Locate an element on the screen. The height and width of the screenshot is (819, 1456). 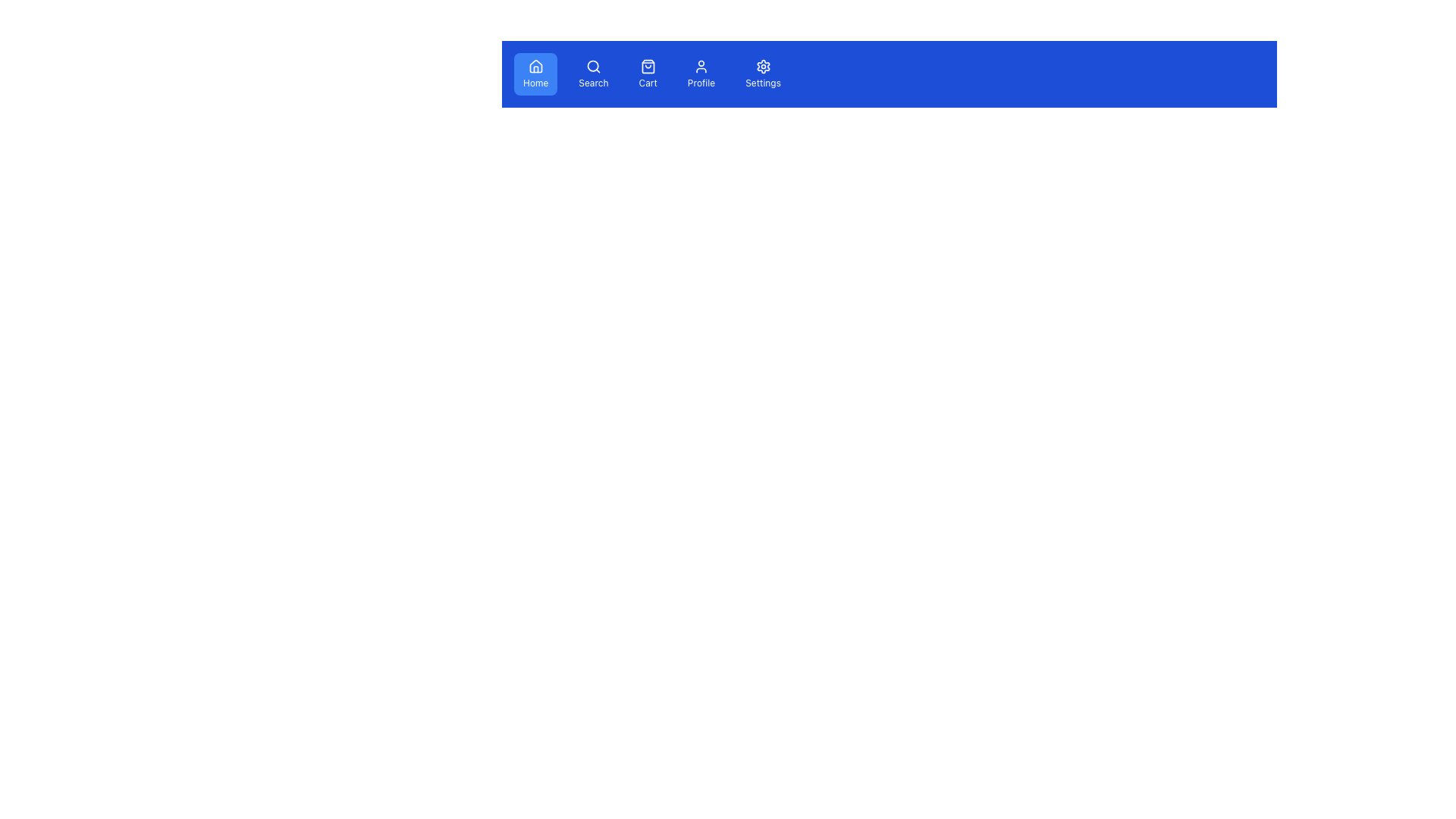
the 'Settings' button, which is a rounded rectangular button with a gear icon and white text on a blue background, located at the top of the page is located at coordinates (763, 74).